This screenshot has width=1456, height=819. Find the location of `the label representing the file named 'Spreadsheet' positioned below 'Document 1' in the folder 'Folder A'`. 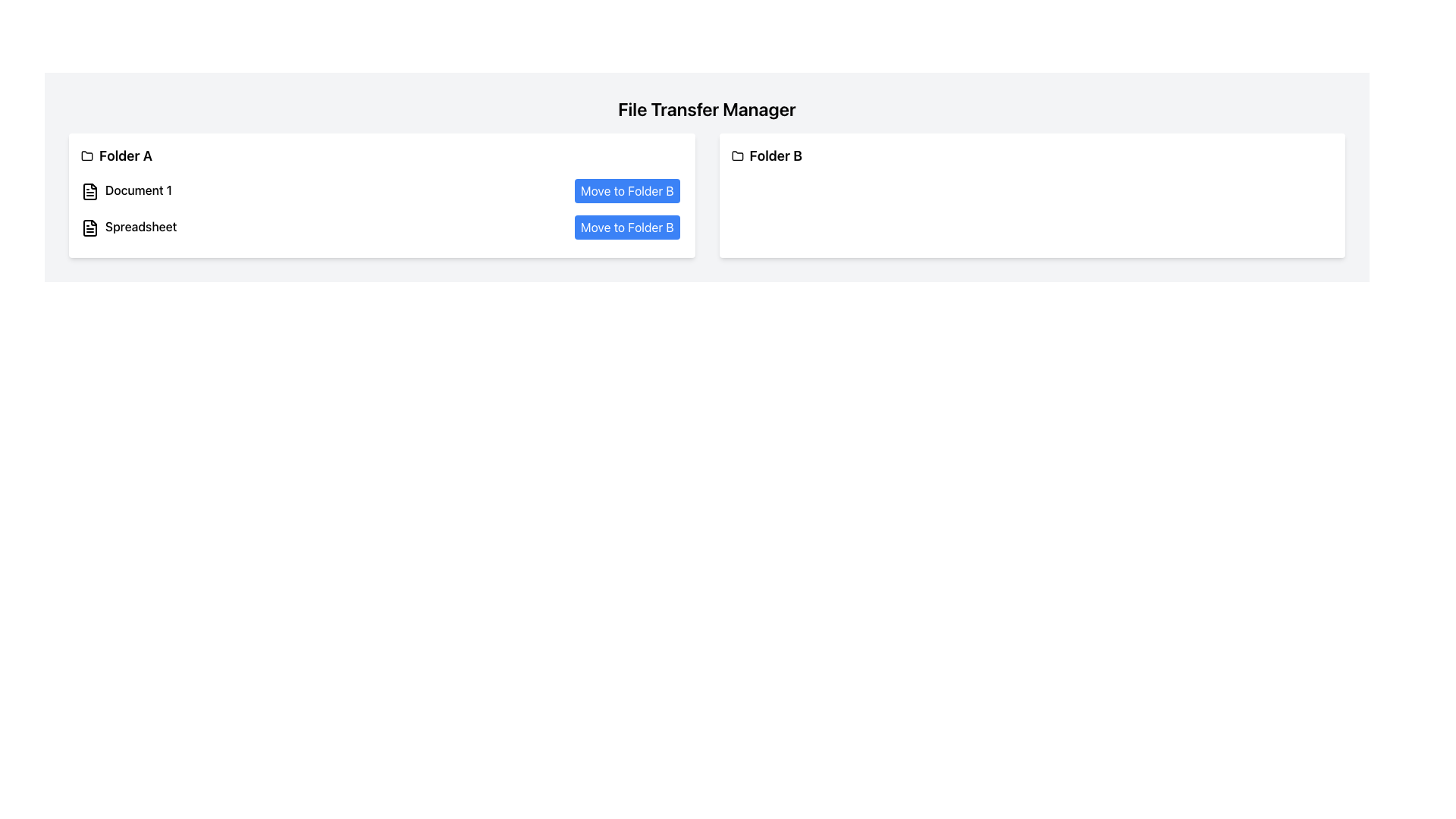

the label representing the file named 'Spreadsheet' positioned below 'Document 1' in the folder 'Folder A' is located at coordinates (129, 227).